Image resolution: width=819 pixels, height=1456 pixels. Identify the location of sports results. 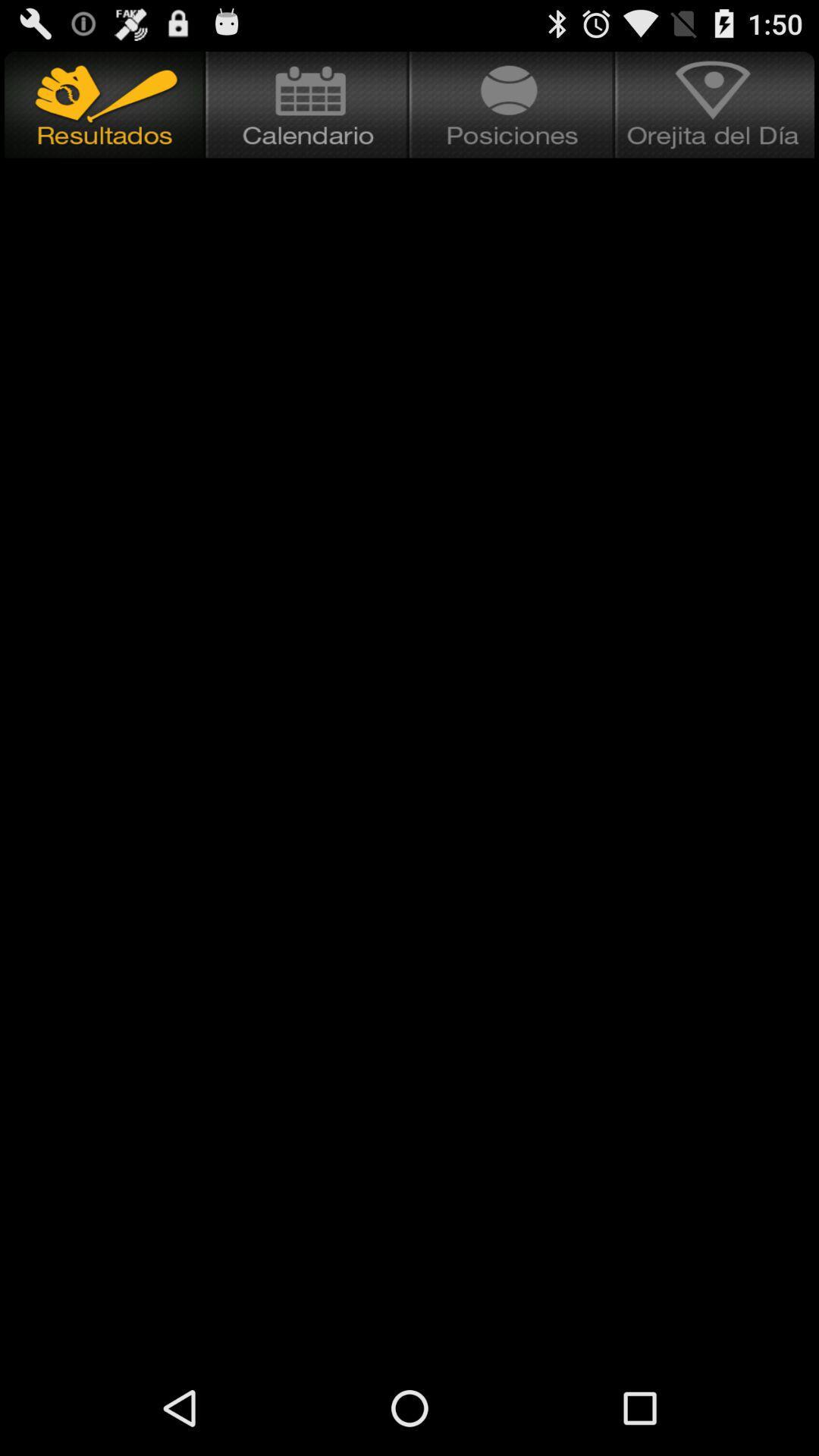
(102, 104).